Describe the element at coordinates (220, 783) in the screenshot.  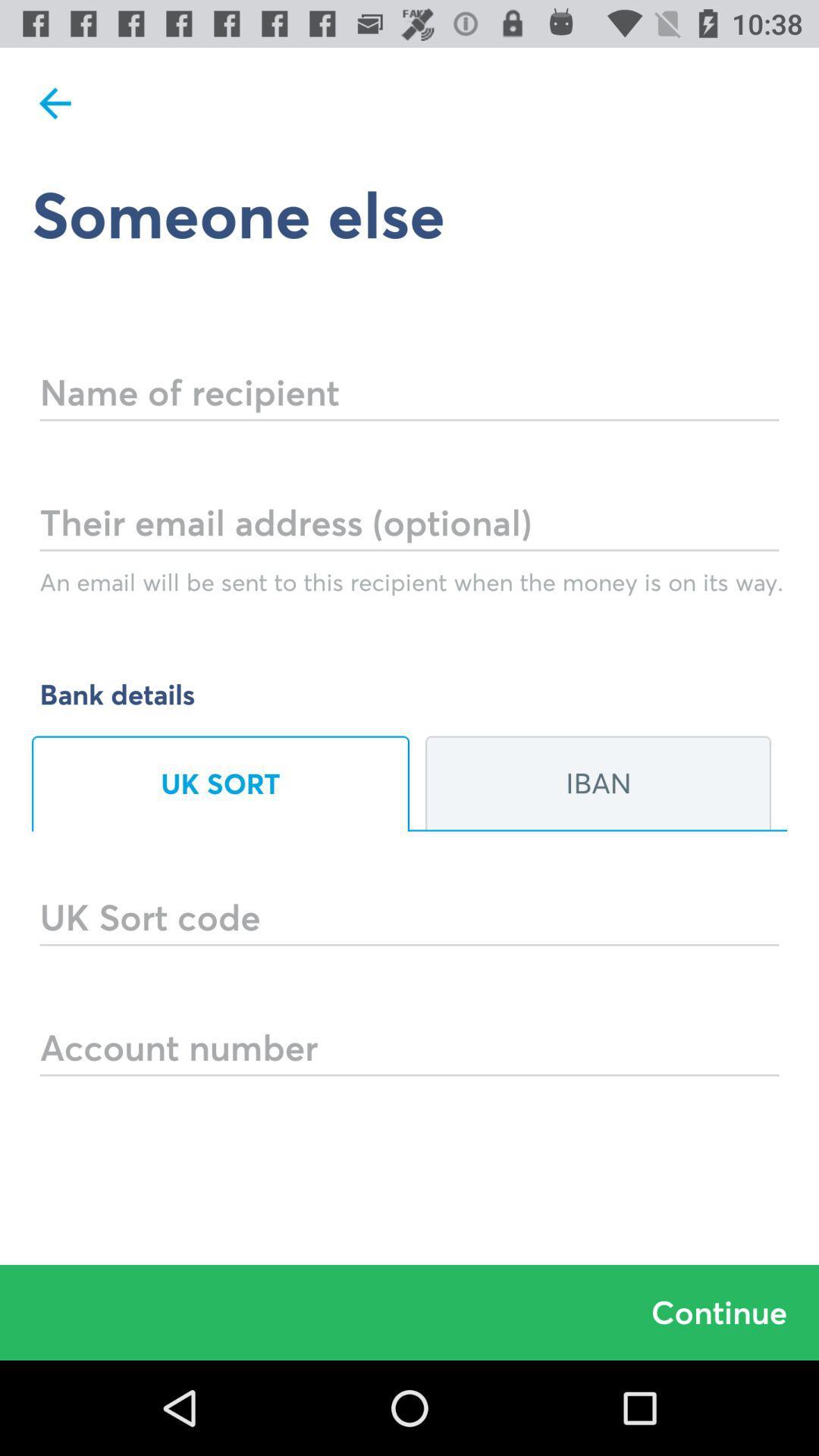
I see `item next to iban` at that location.